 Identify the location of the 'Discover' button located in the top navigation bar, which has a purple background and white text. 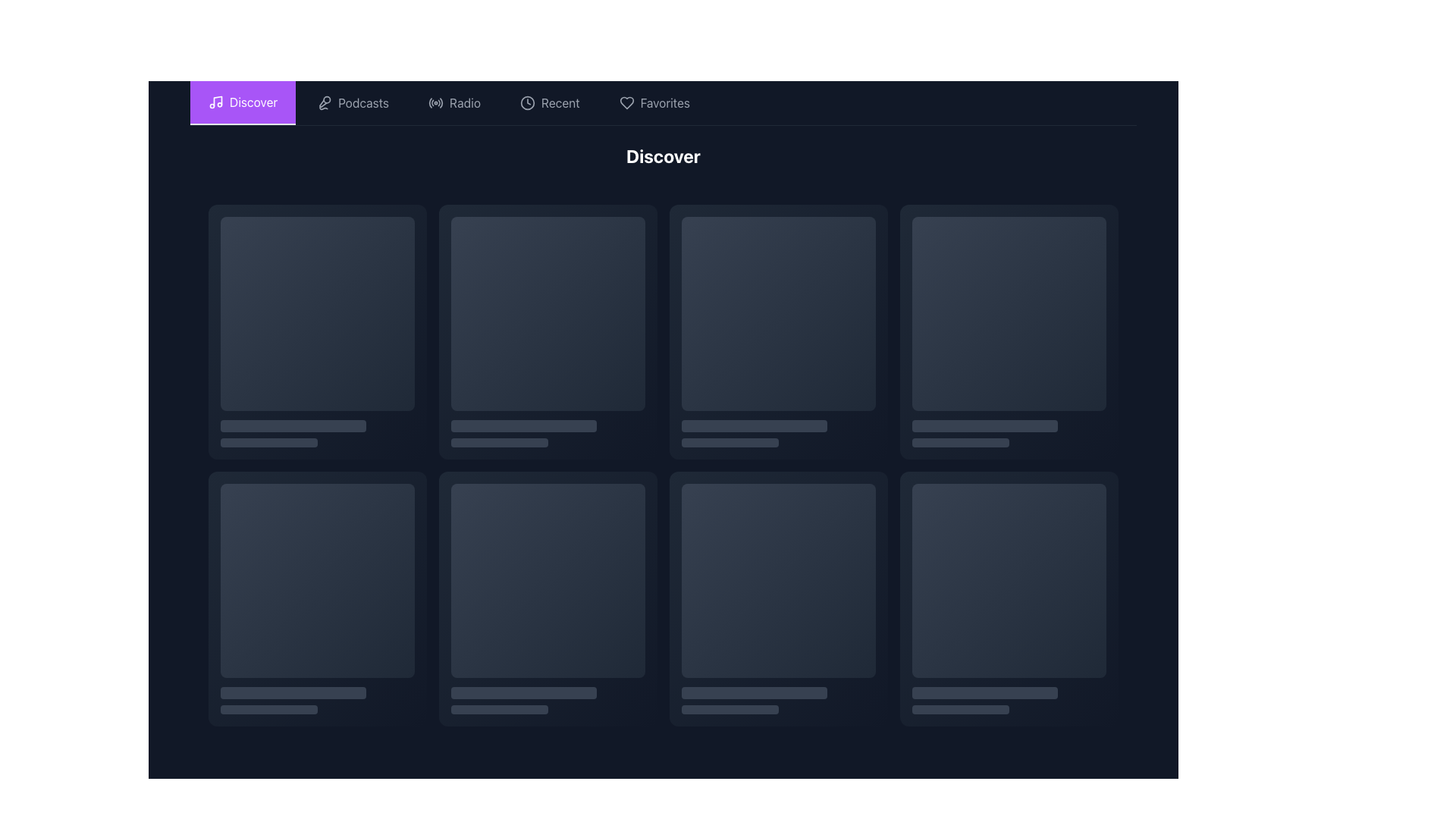
(243, 102).